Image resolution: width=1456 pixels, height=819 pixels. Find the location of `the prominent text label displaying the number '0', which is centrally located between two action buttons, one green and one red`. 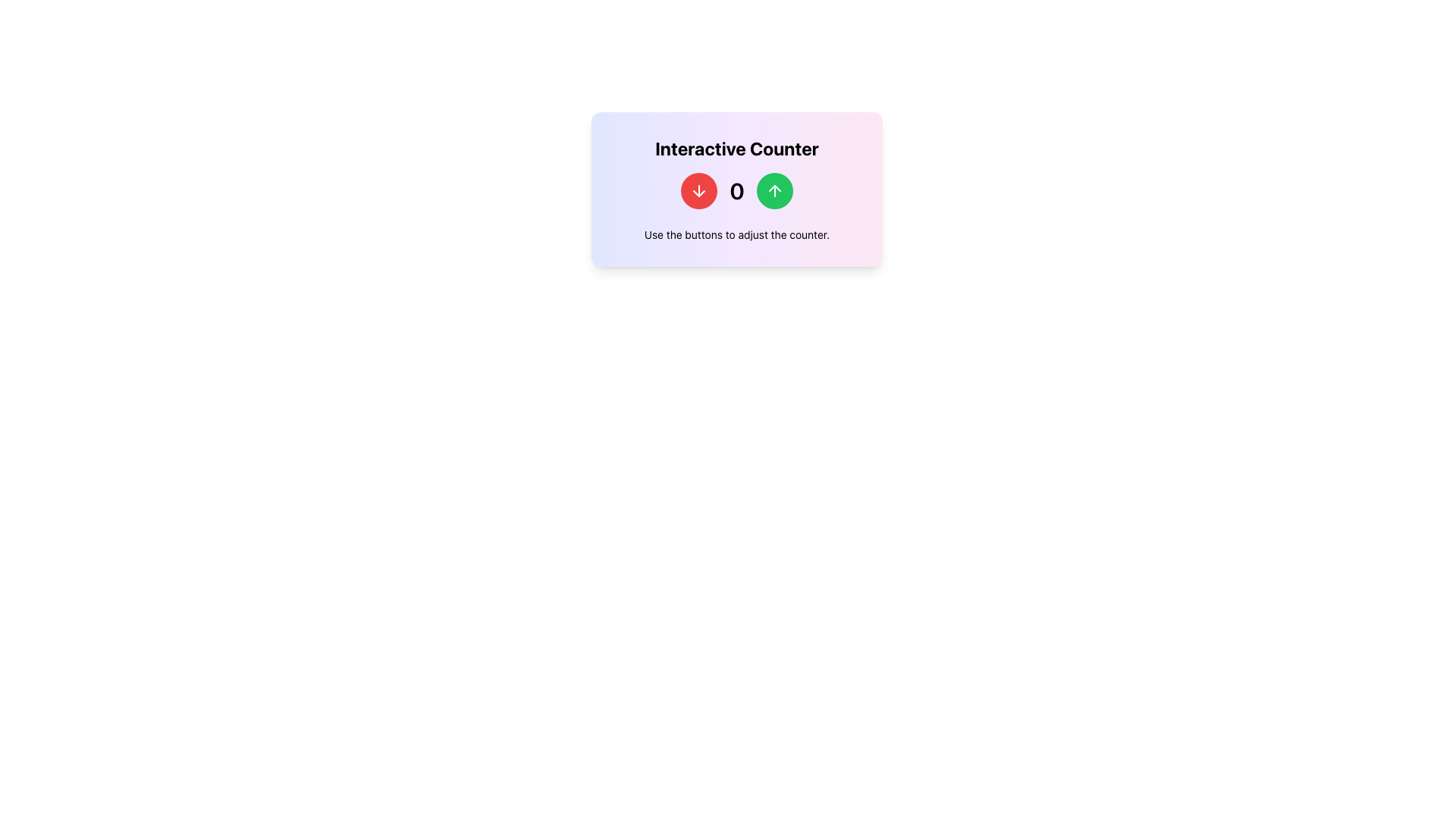

the prominent text label displaying the number '0', which is centrally located between two action buttons, one green and one red is located at coordinates (736, 190).